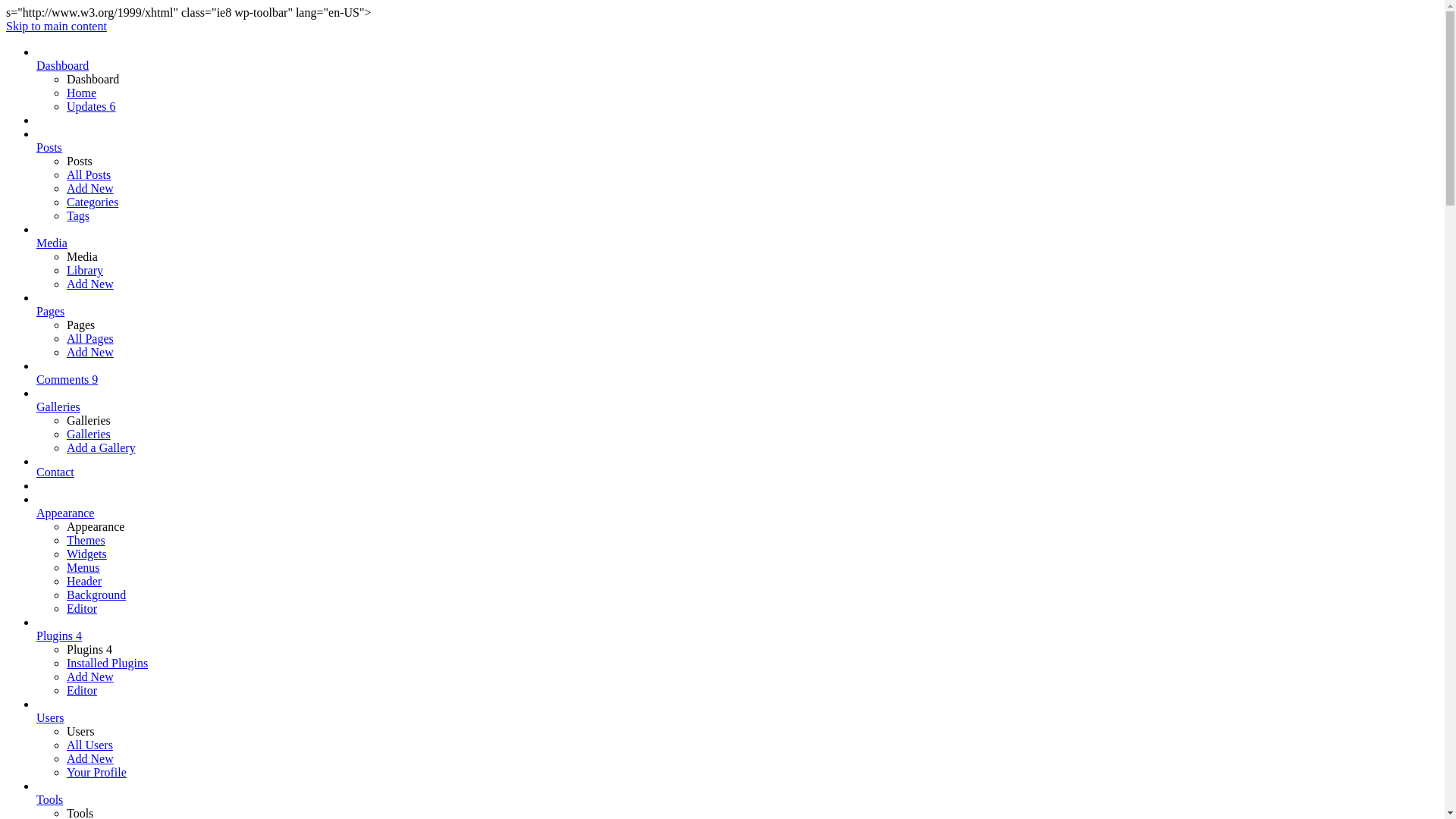 The image size is (1456, 819). What do you see at coordinates (89, 744) in the screenshot?
I see `'All Users'` at bounding box center [89, 744].